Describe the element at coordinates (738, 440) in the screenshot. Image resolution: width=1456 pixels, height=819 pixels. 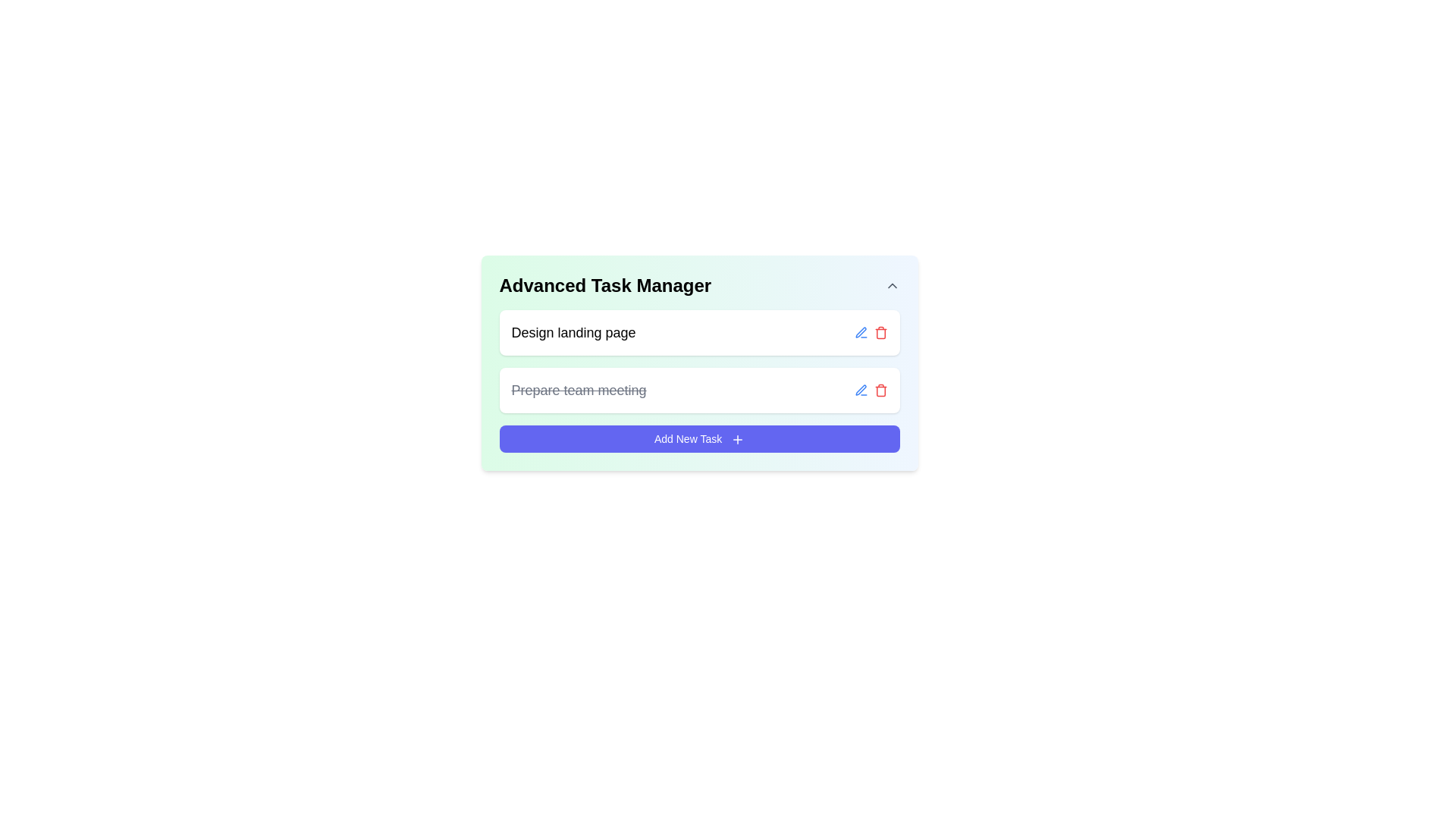
I see `the SVG icon that emphasizes the action of adding a new task, located on the right side of the 'Add New Task' button at the bottom of the 'Advanced Task Manager' section` at that location.